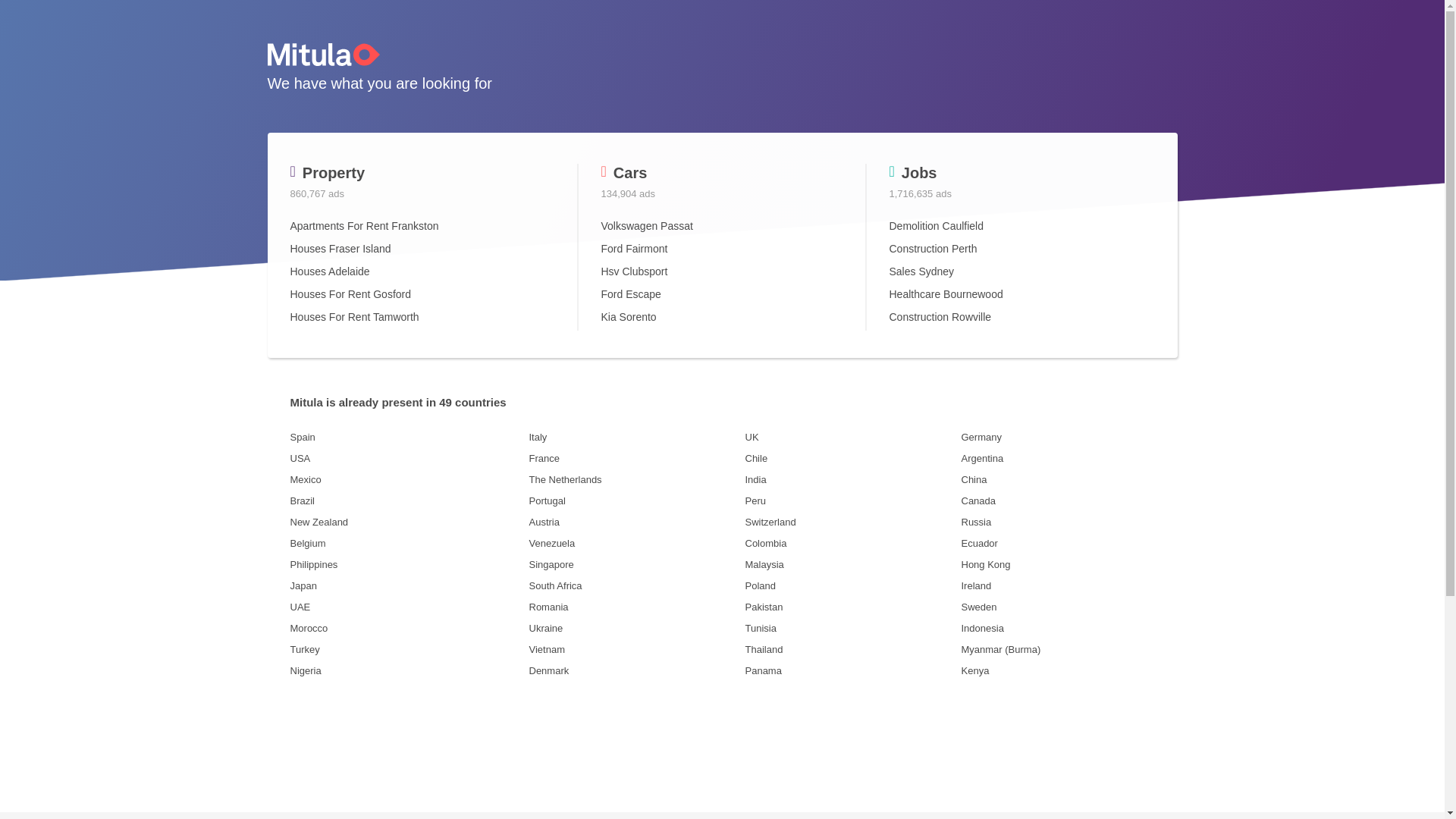 The image size is (1456, 819). What do you see at coordinates (745, 607) in the screenshot?
I see `'Pakistan'` at bounding box center [745, 607].